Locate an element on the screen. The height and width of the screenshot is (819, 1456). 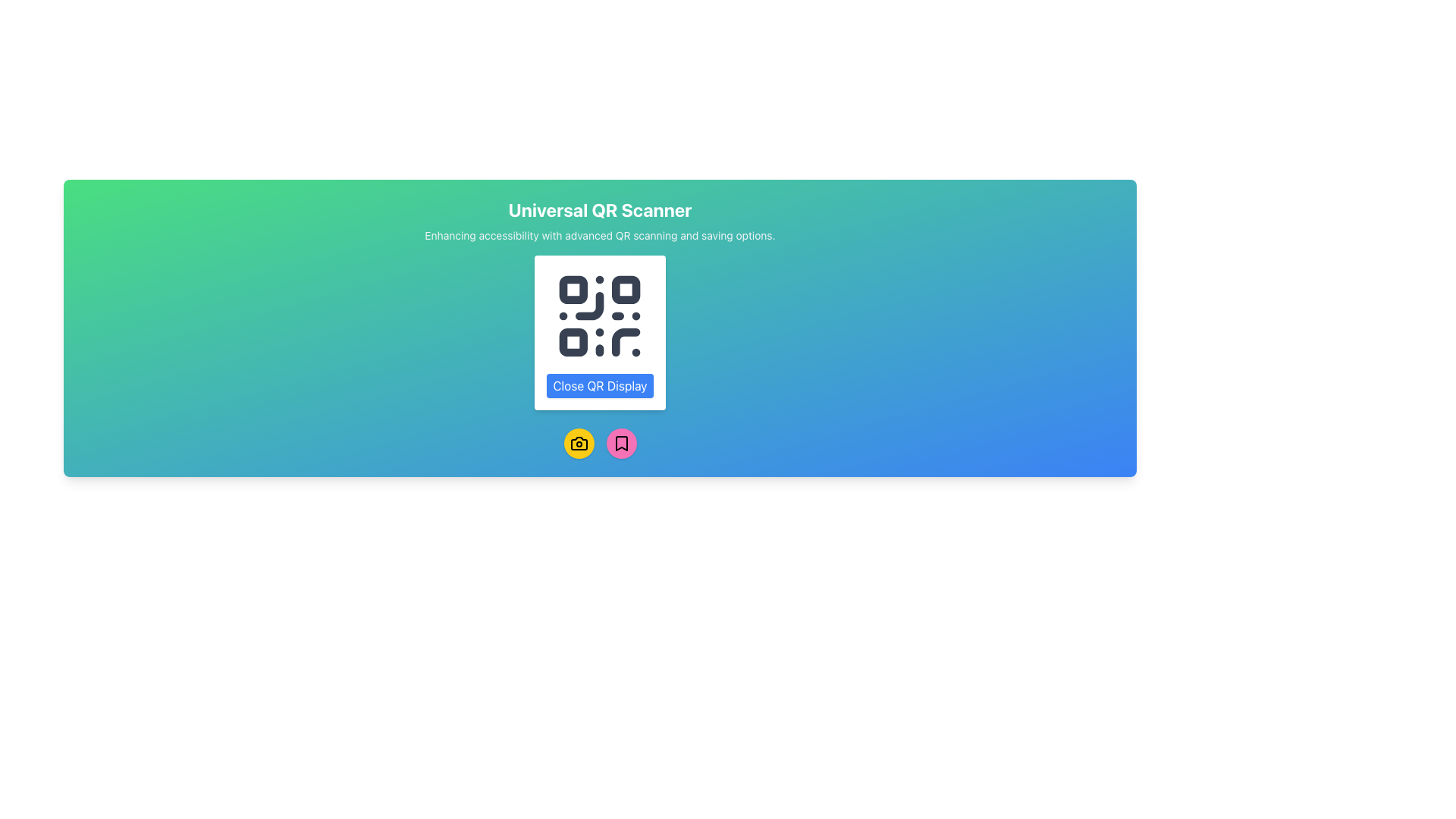
the pink bookmark icon located below the 'Close QR Display' button is located at coordinates (621, 444).